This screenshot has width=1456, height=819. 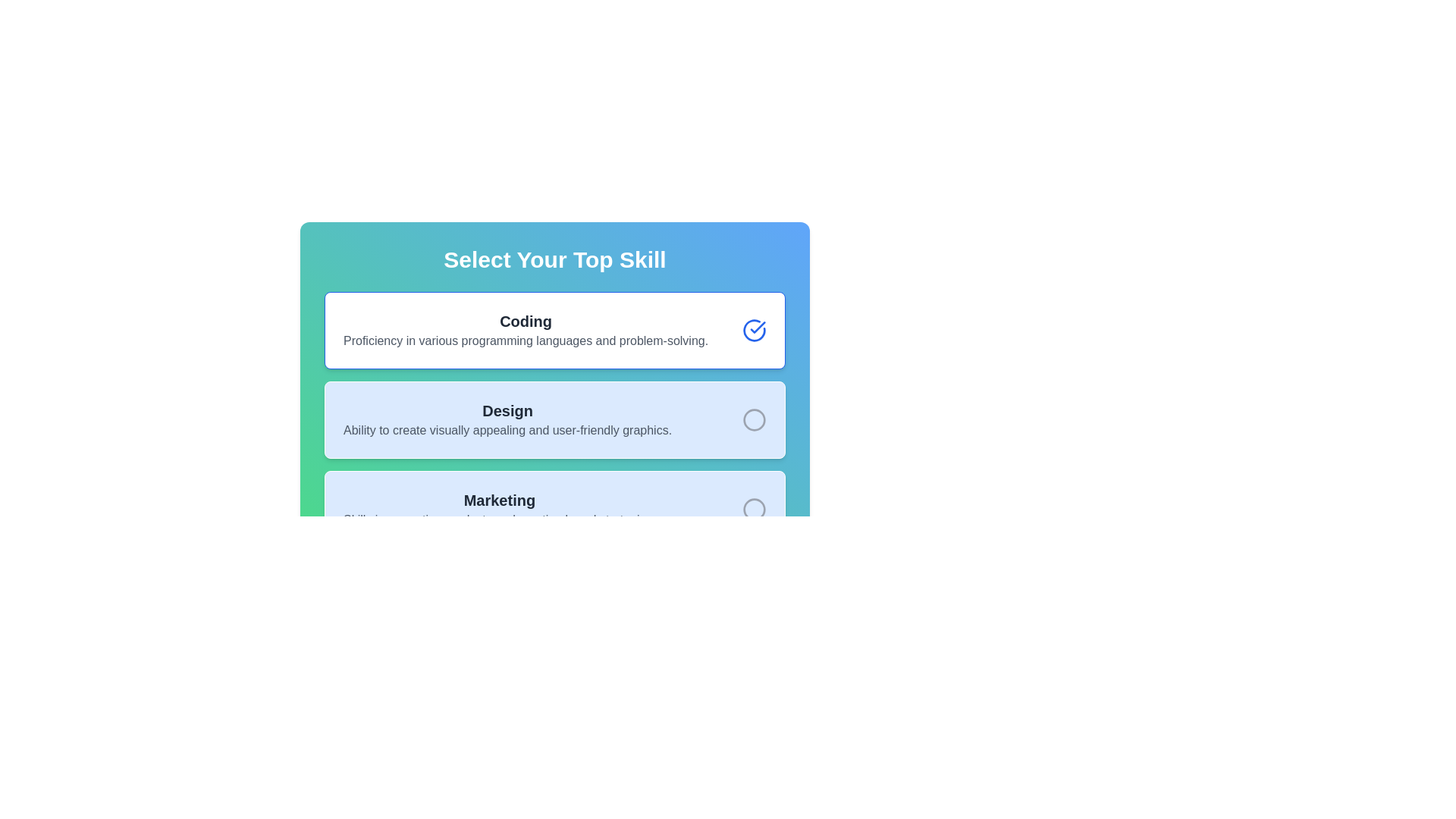 I want to click on the checkmark graphic in the upper-right corner of the 'Coding' option card, which provides feedback or confirmation of selection, so click(x=754, y=329).